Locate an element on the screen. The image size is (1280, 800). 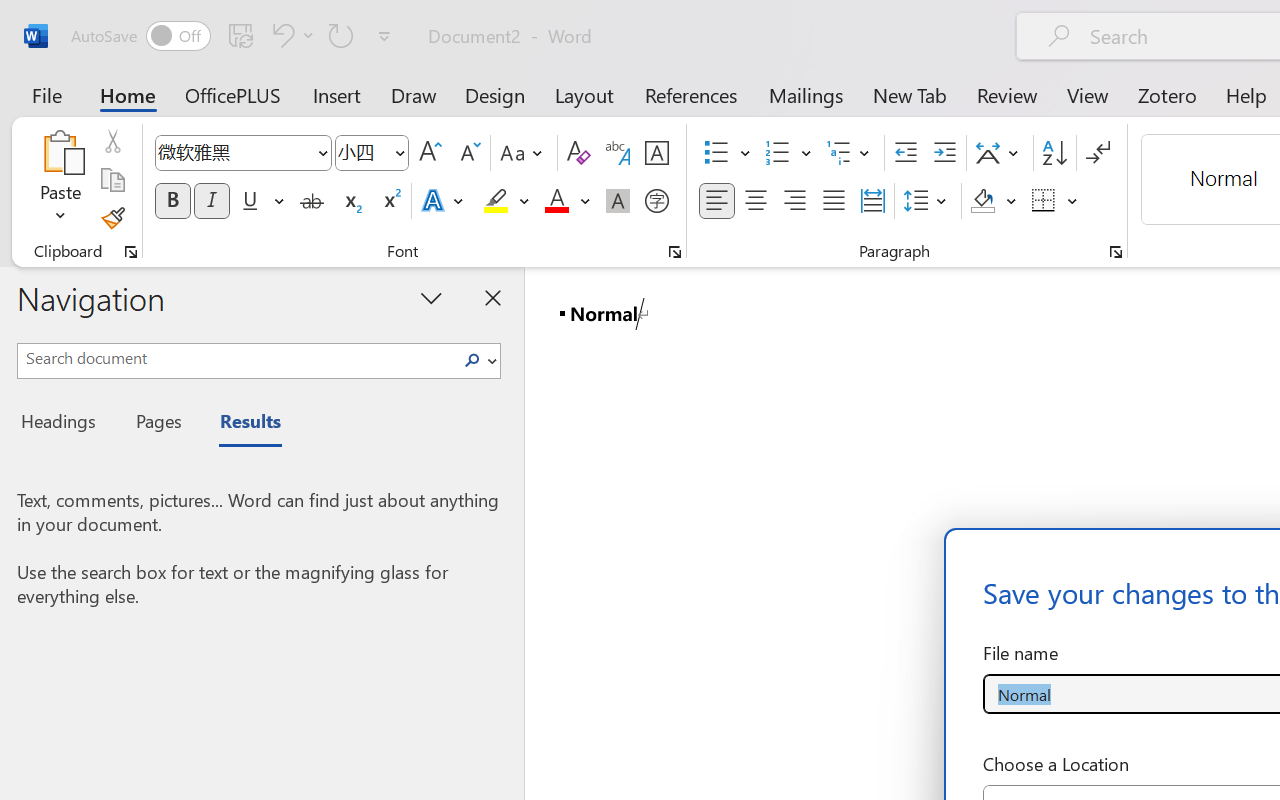
'AutoSave' is located at coordinates (139, 35).